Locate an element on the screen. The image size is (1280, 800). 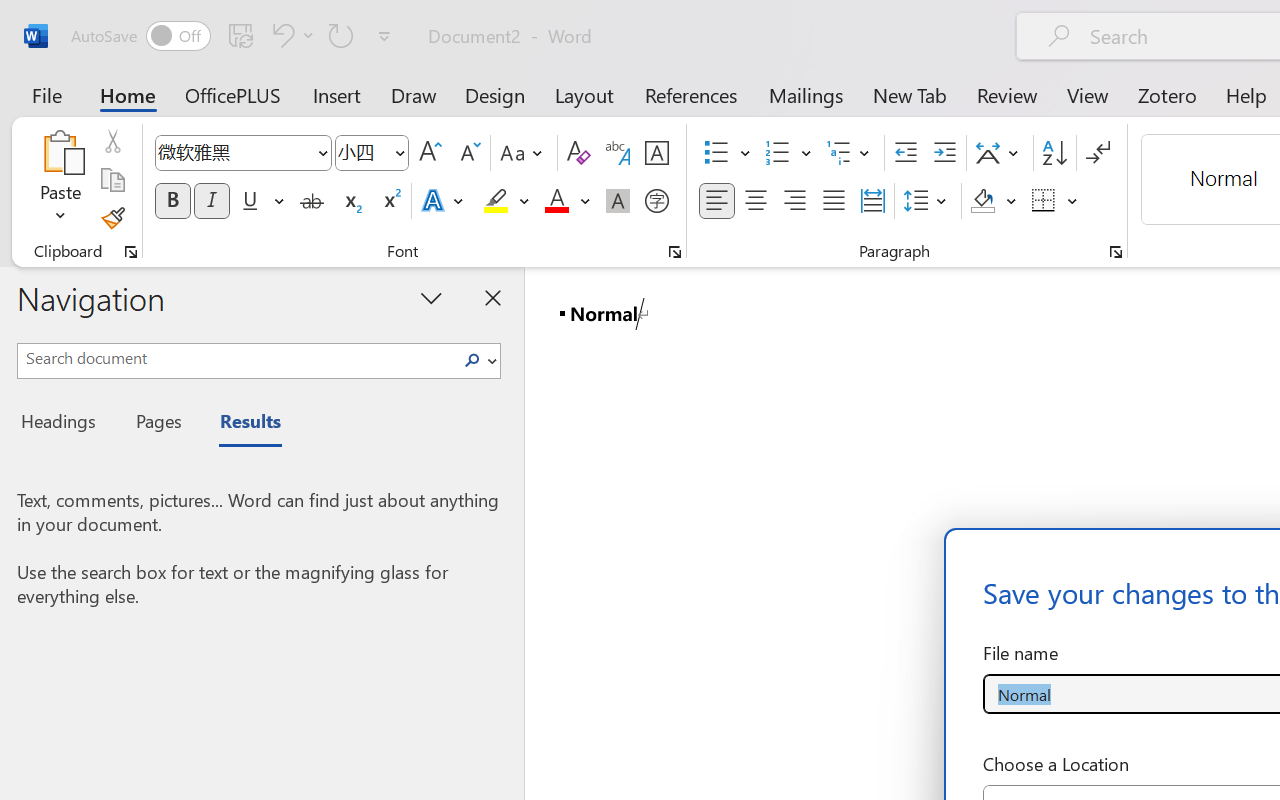
'AutoSave' is located at coordinates (139, 35).